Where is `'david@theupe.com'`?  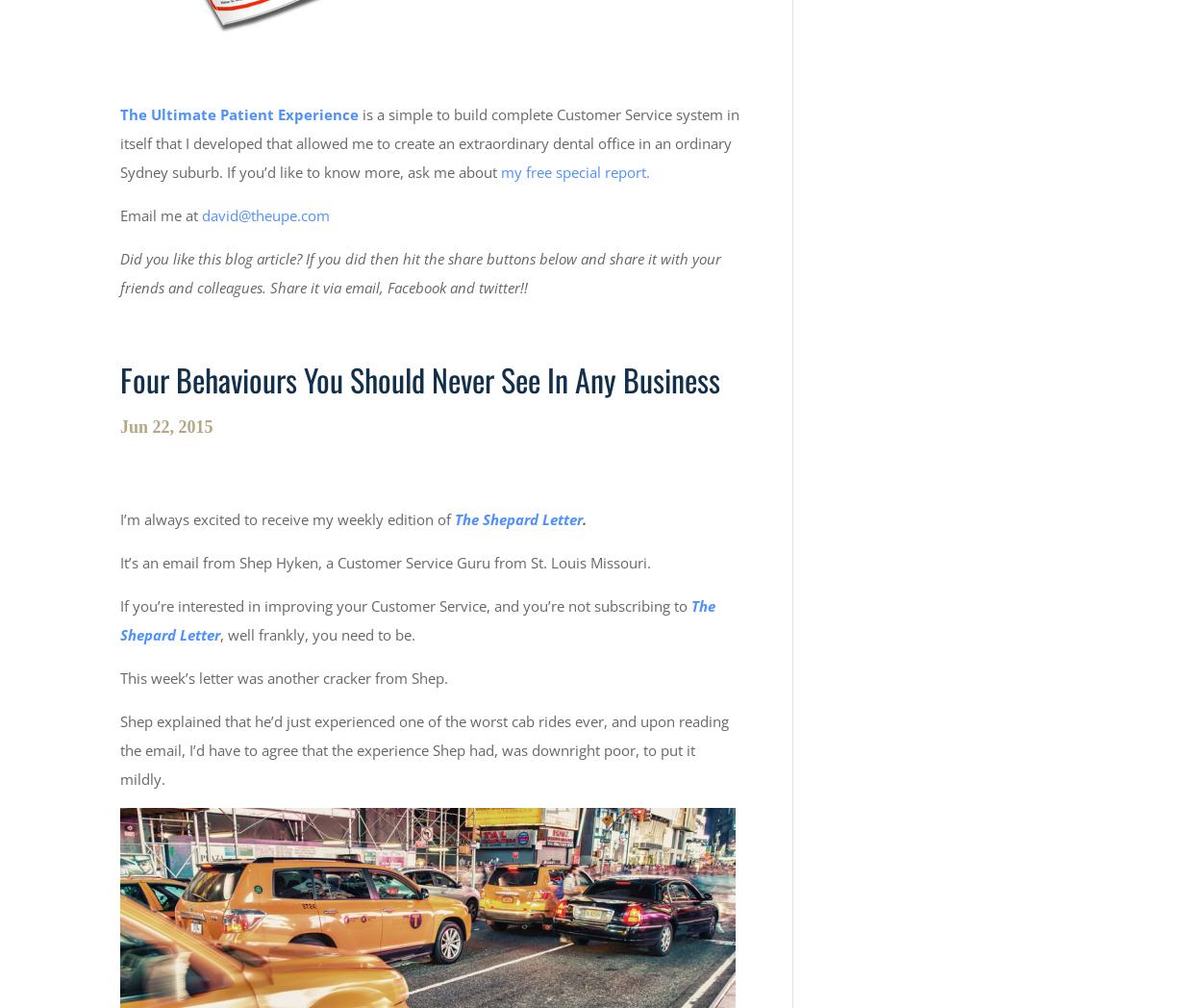 'david@theupe.com' is located at coordinates (201, 214).